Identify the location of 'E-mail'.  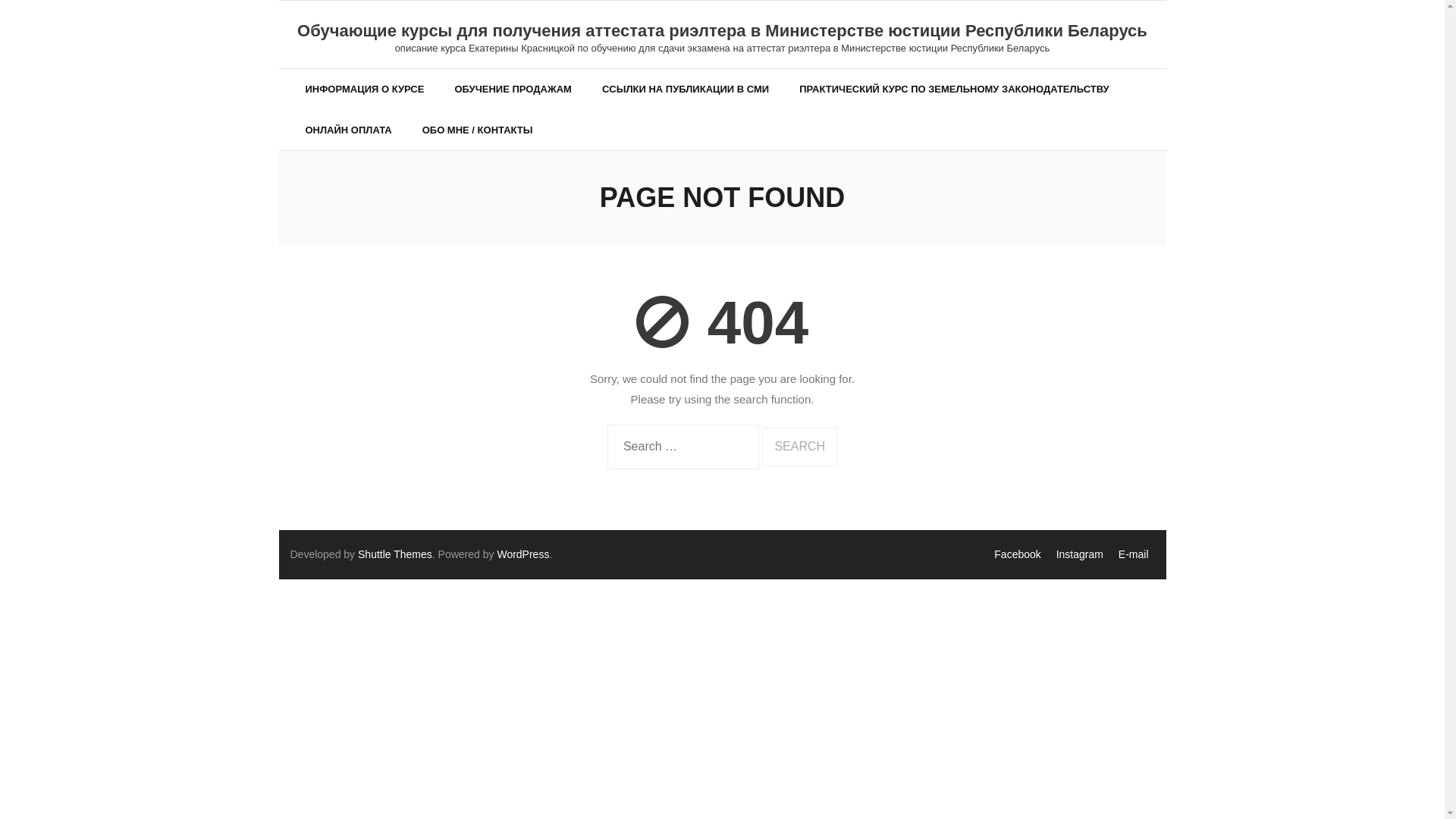
(1133, 554).